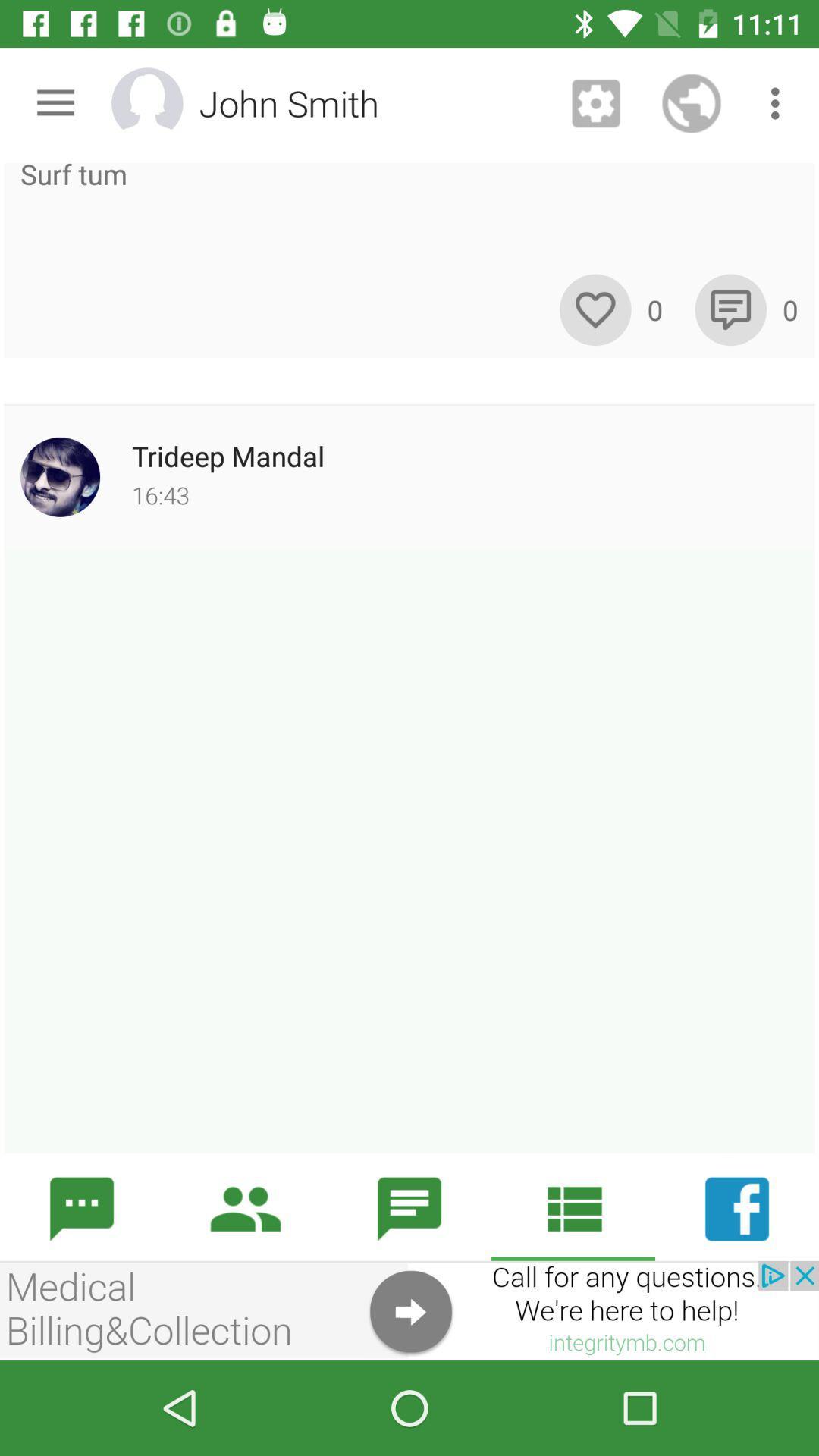  Describe the element at coordinates (409, 851) in the screenshot. I see `typing page` at that location.